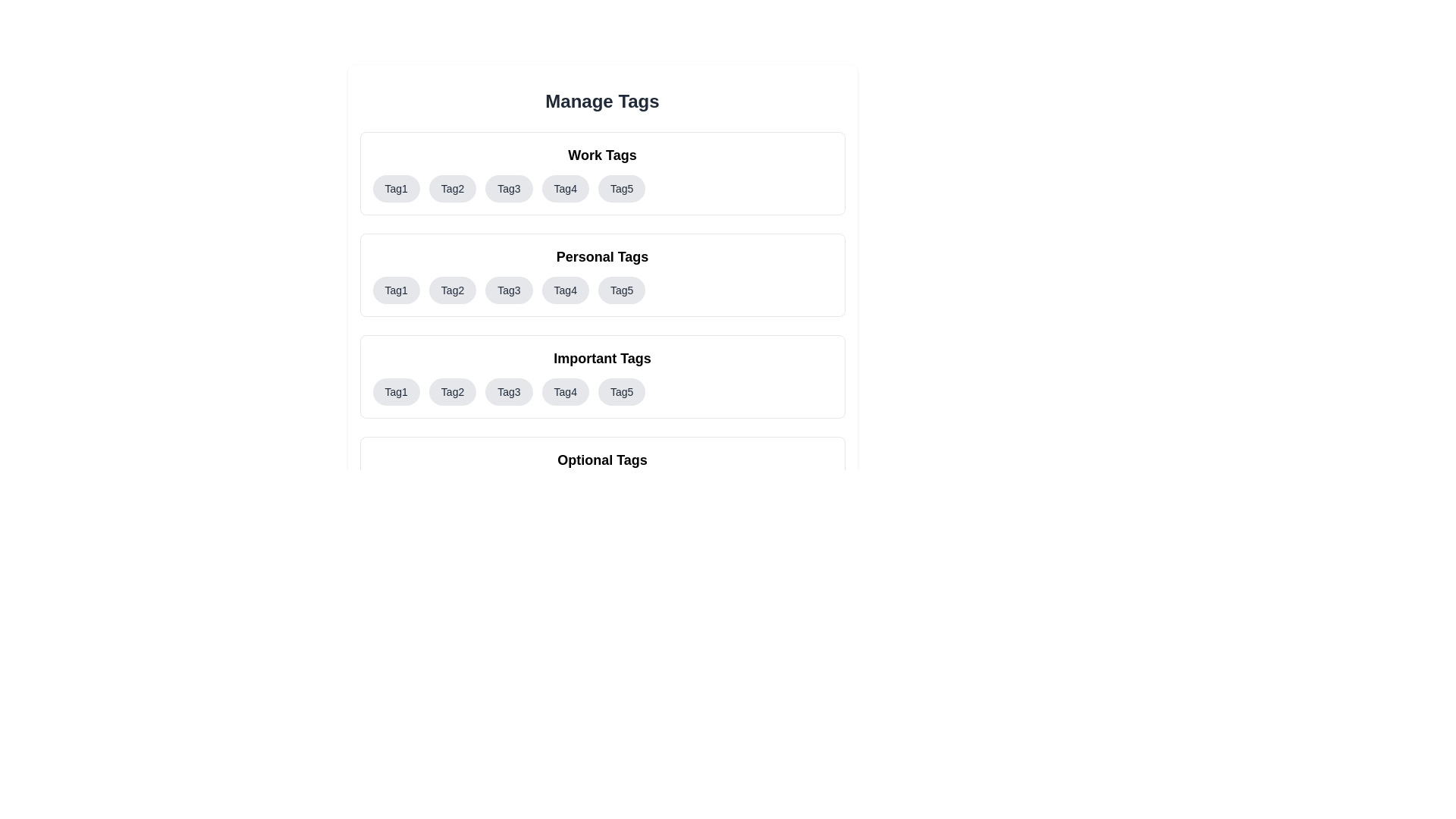 The height and width of the screenshot is (819, 1456). I want to click on the 'Tag5' button, which is a horizontally oval-shaped button with a light gray background and darker gray text, located at the far right of the 'Important Tags' section, so click(622, 391).